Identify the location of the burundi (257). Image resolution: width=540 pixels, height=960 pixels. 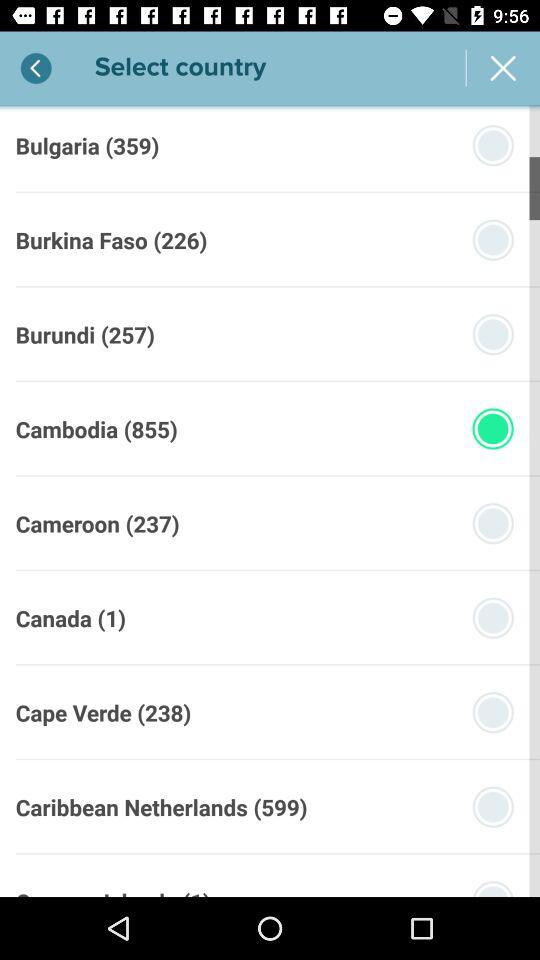
(84, 334).